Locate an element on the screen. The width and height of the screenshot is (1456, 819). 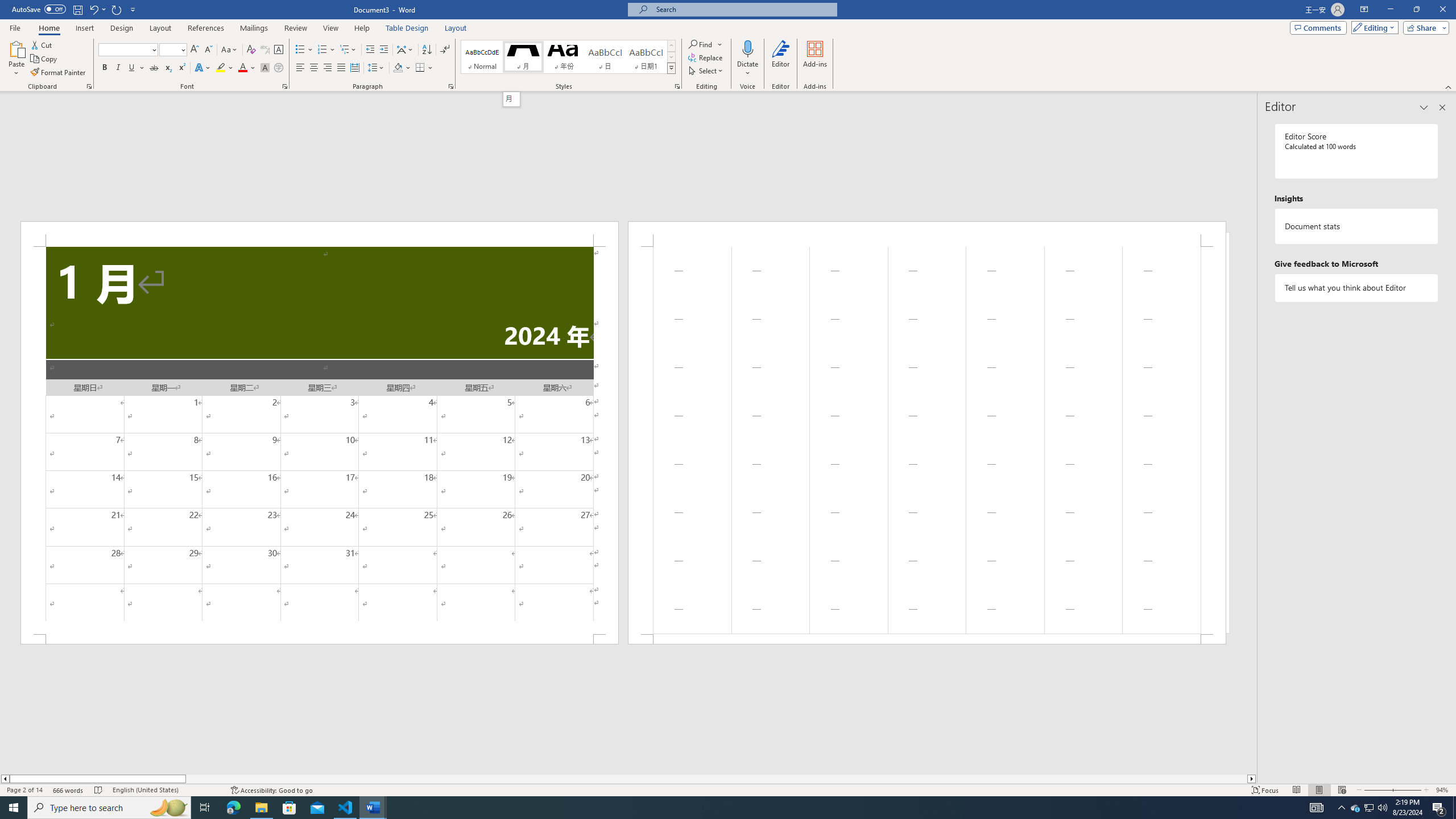
'Copy' is located at coordinates (44, 59).